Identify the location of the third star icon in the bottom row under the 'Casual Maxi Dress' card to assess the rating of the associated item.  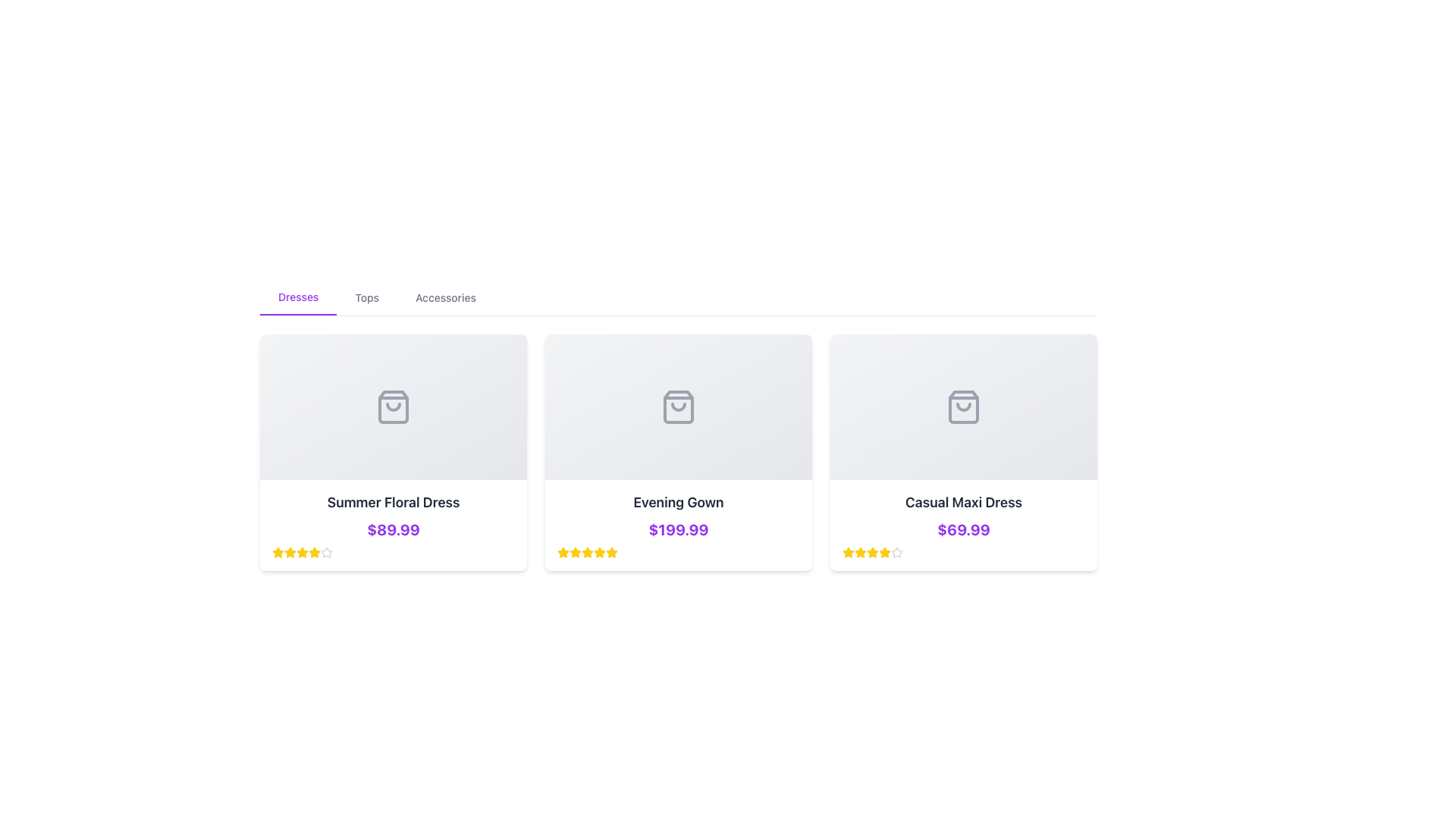
(873, 552).